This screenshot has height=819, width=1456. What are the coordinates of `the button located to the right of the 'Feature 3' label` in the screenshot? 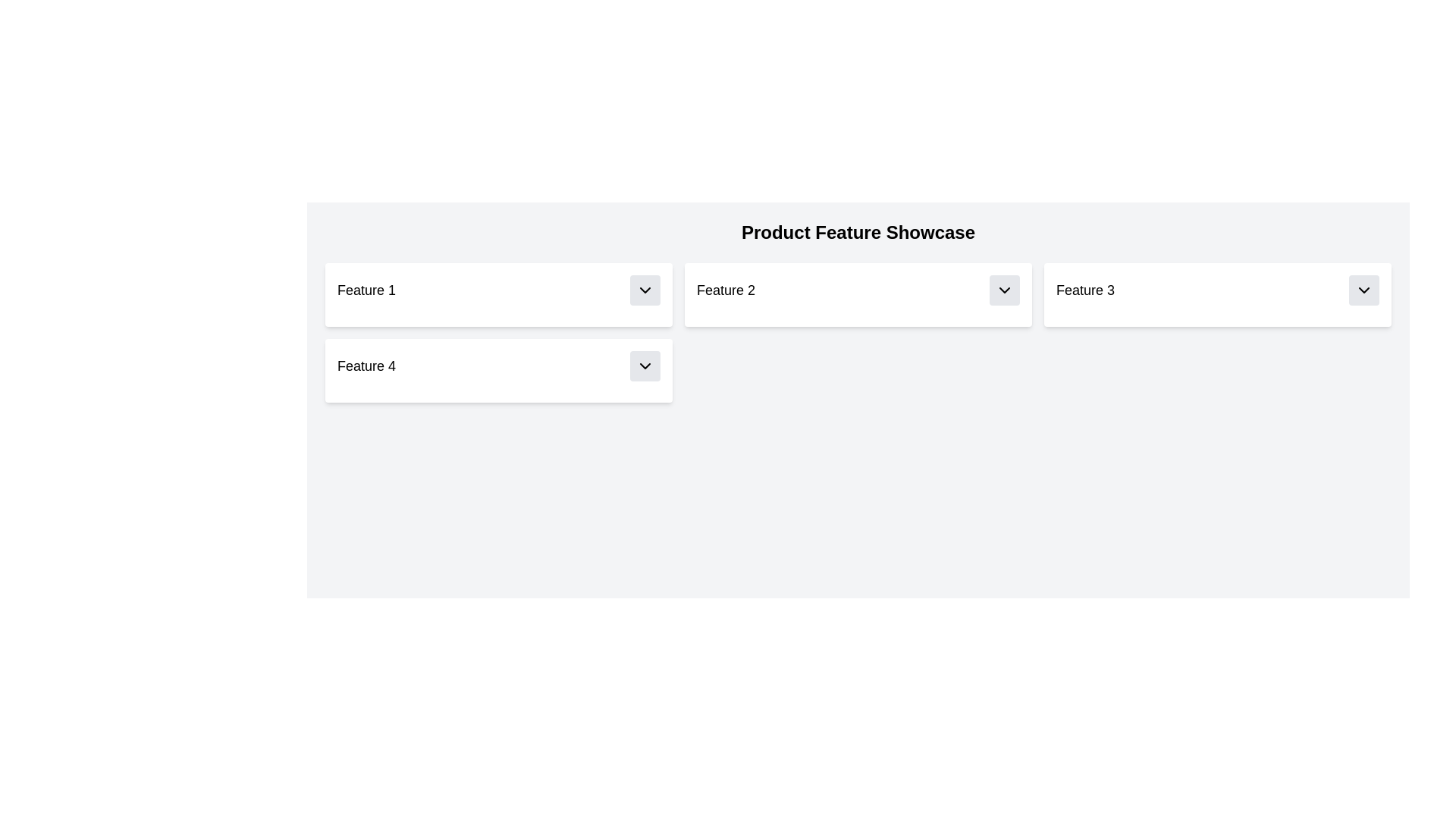 It's located at (1364, 290).